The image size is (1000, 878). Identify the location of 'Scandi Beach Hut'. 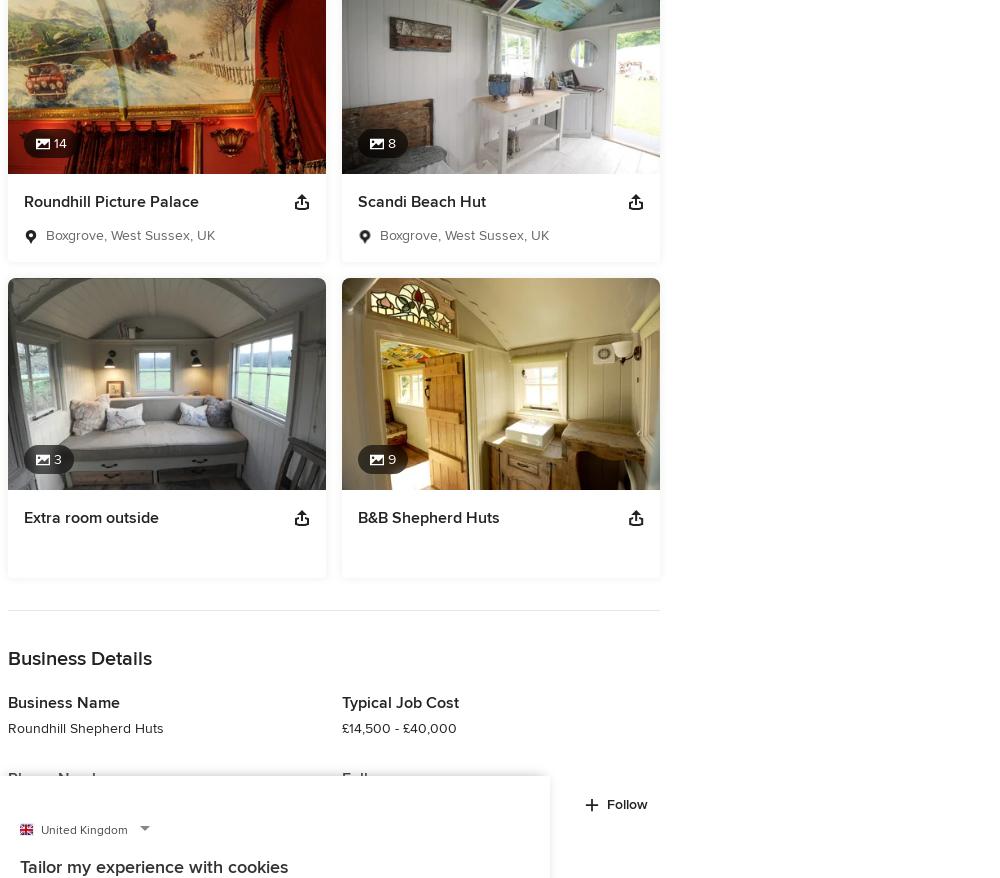
(422, 199).